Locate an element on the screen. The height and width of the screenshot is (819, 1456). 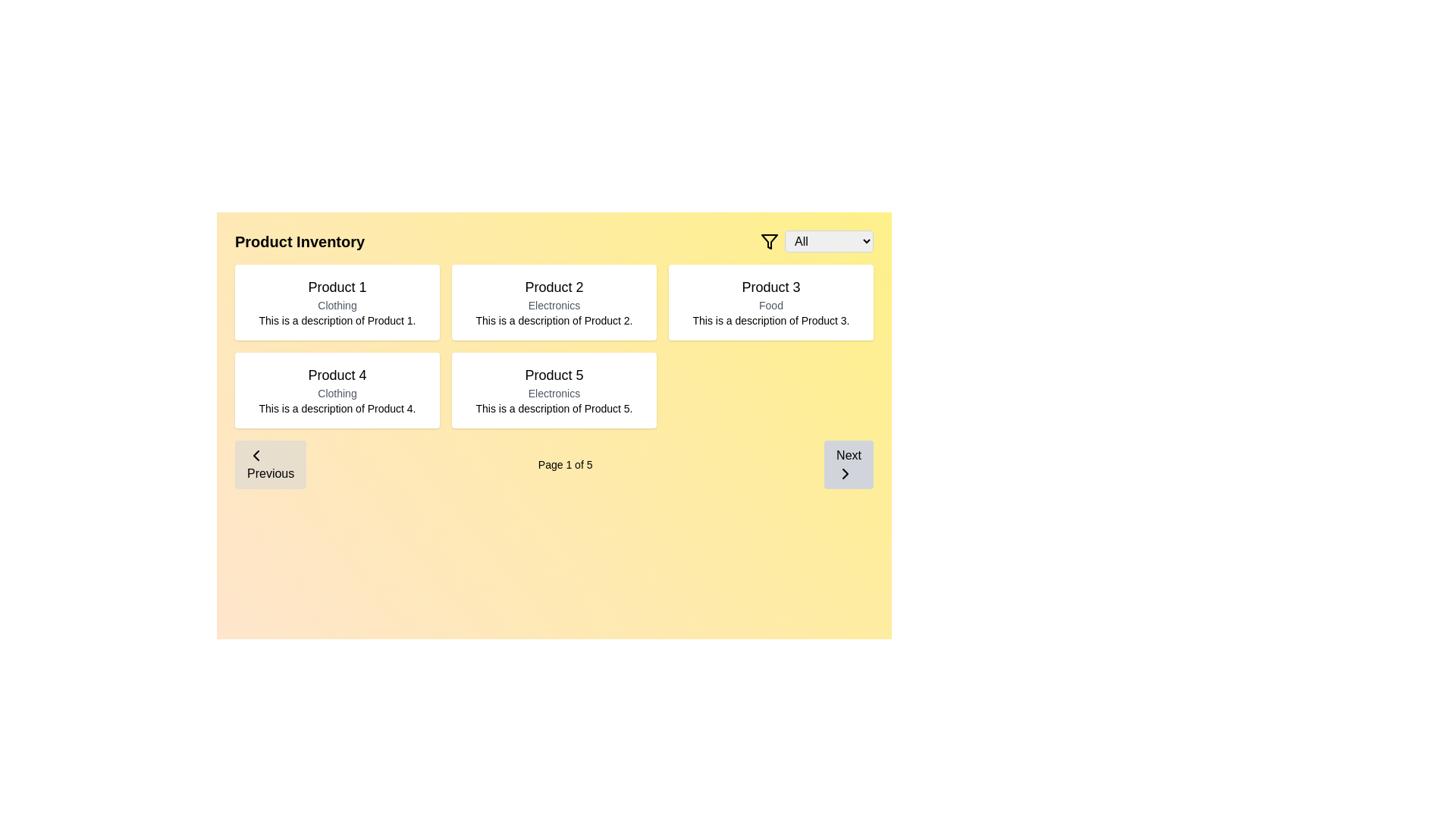
the rectangular button with a gray background and the text 'Next' to invoke hover effects is located at coordinates (848, 464).